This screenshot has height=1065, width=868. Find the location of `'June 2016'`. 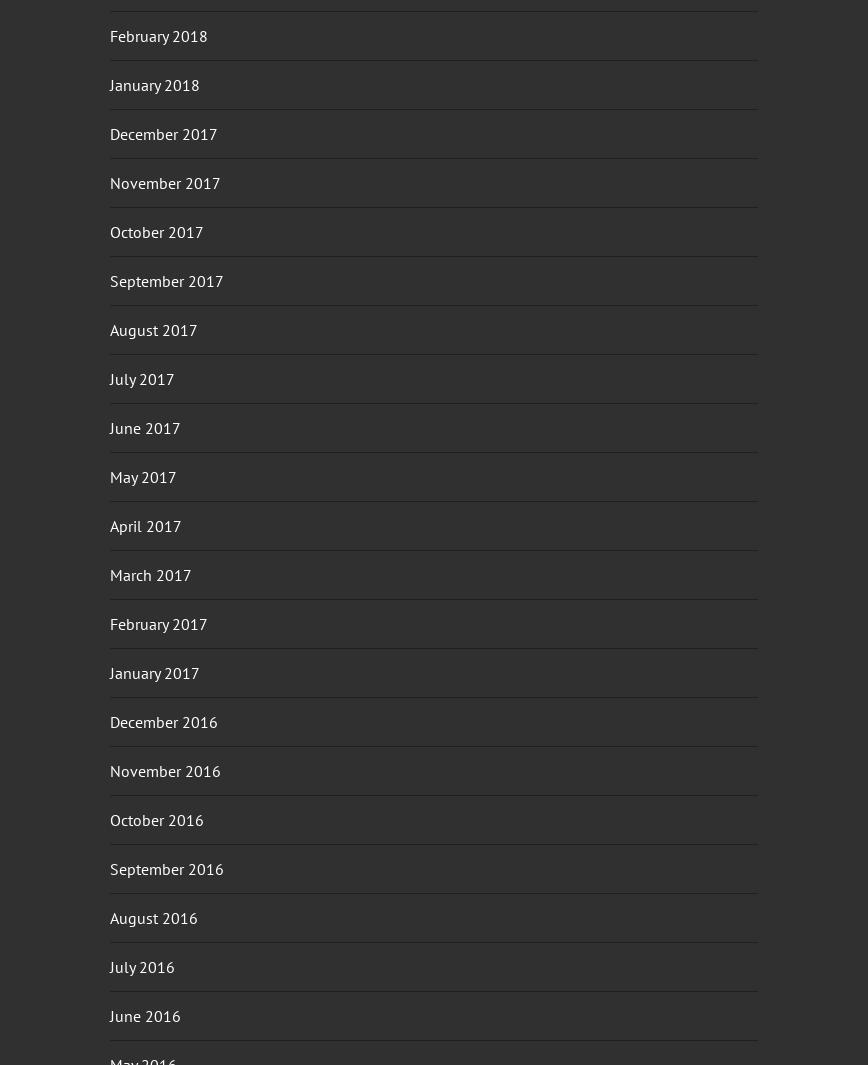

'June 2016' is located at coordinates (145, 1015).